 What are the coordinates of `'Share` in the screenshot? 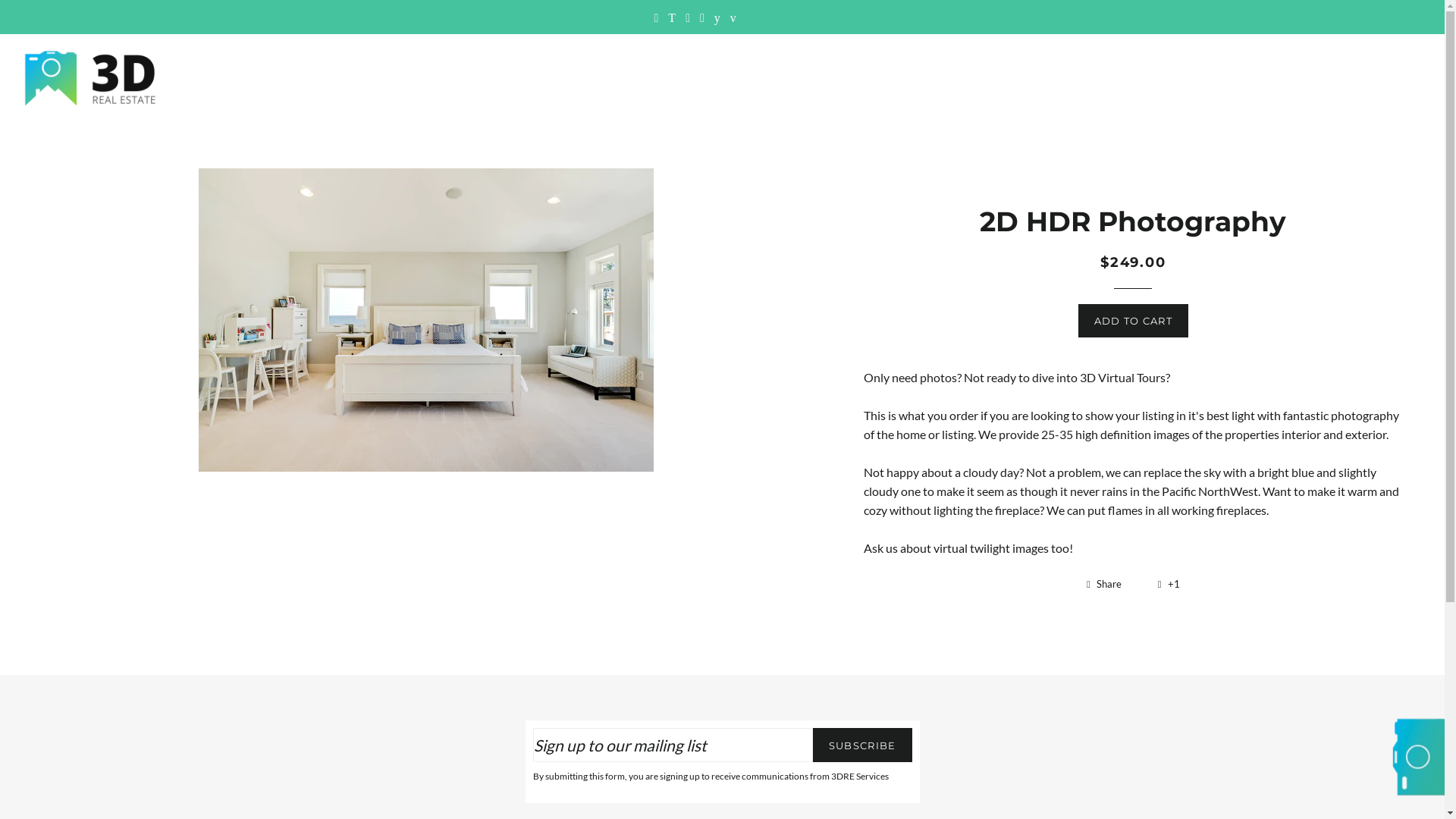 It's located at (1113, 583).